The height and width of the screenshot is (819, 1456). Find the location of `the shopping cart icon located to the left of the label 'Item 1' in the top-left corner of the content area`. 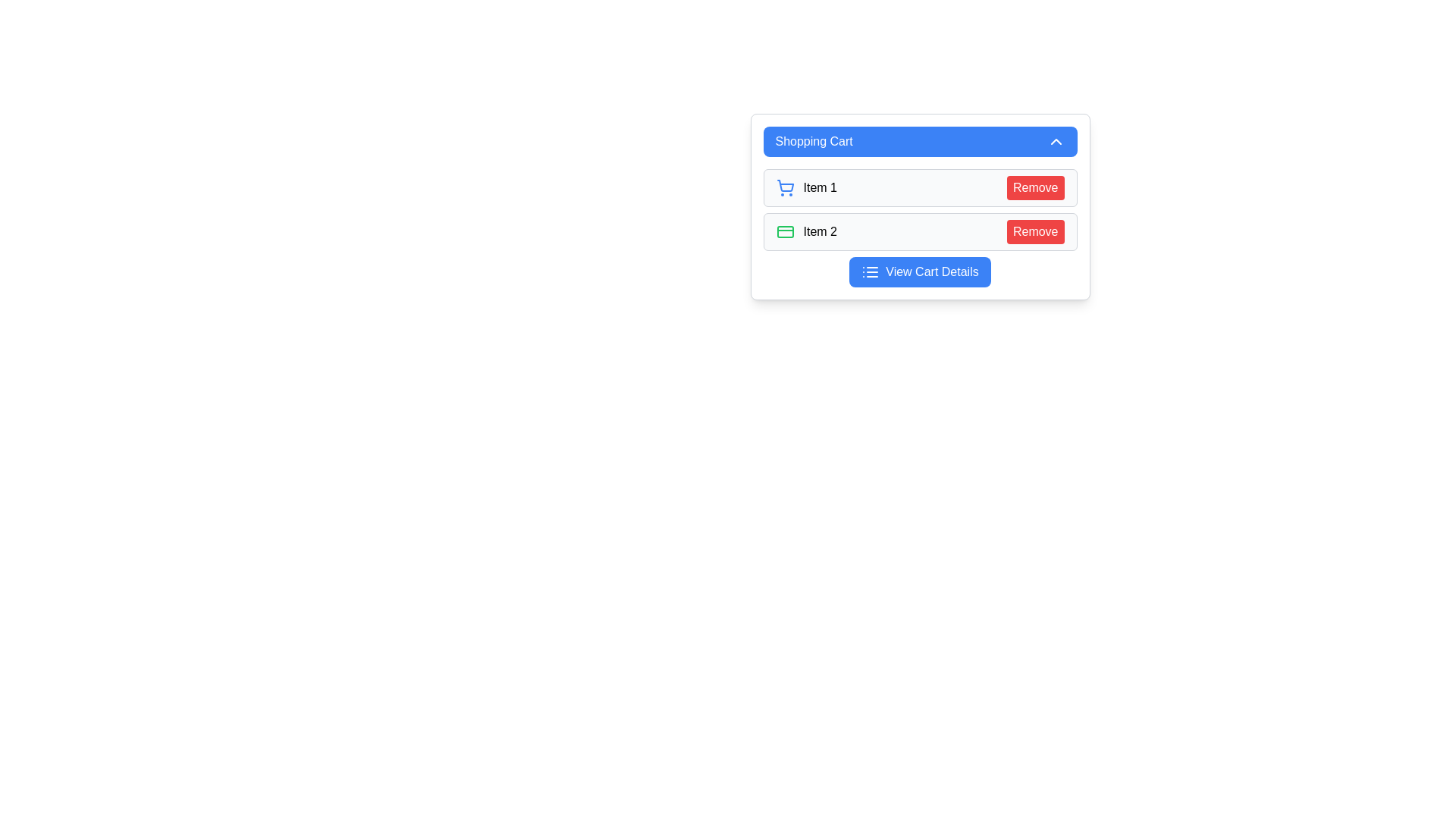

the shopping cart icon located to the left of the label 'Item 1' in the top-left corner of the content area is located at coordinates (785, 185).